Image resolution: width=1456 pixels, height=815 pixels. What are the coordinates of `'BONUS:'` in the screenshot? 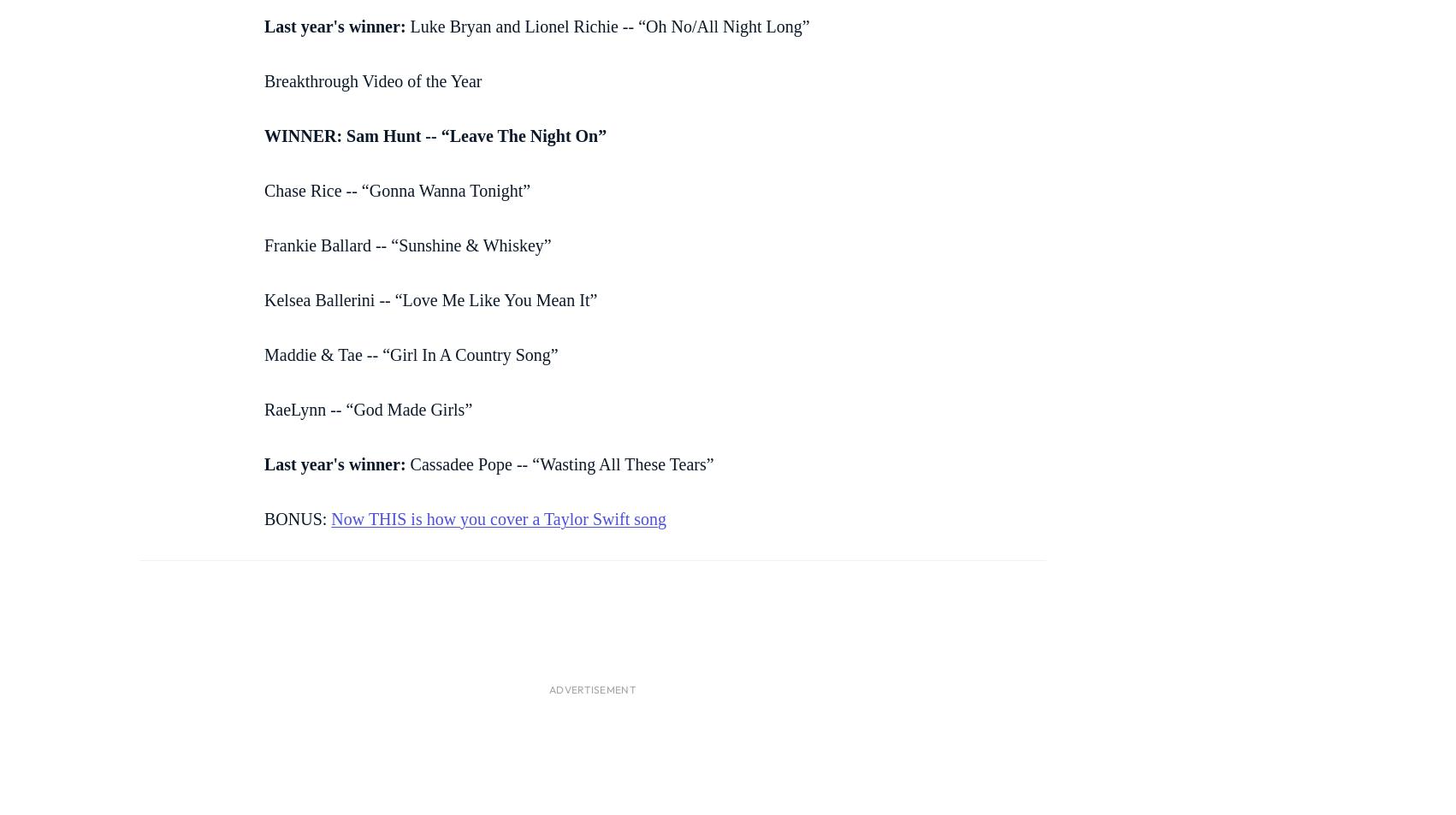 It's located at (298, 518).